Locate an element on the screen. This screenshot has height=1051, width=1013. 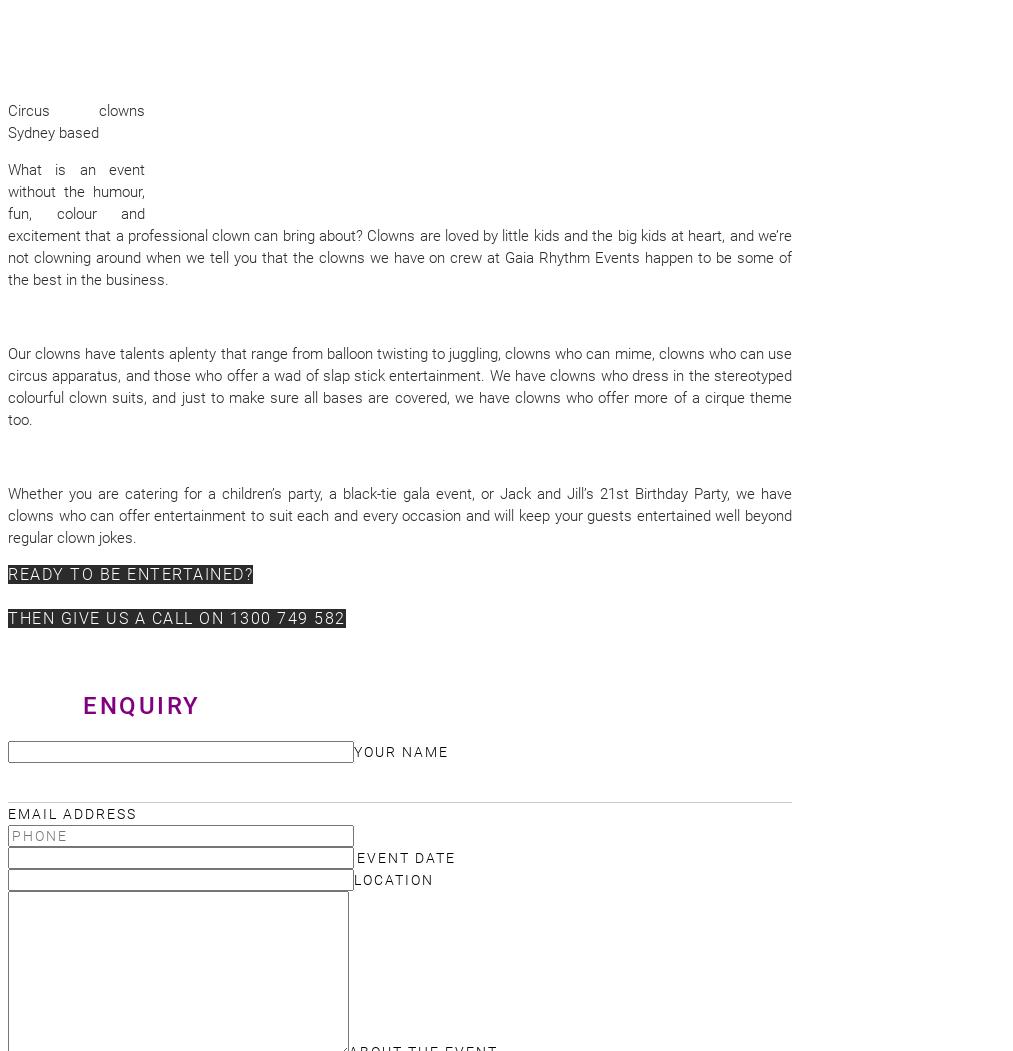
'Email Address' is located at coordinates (71, 813).